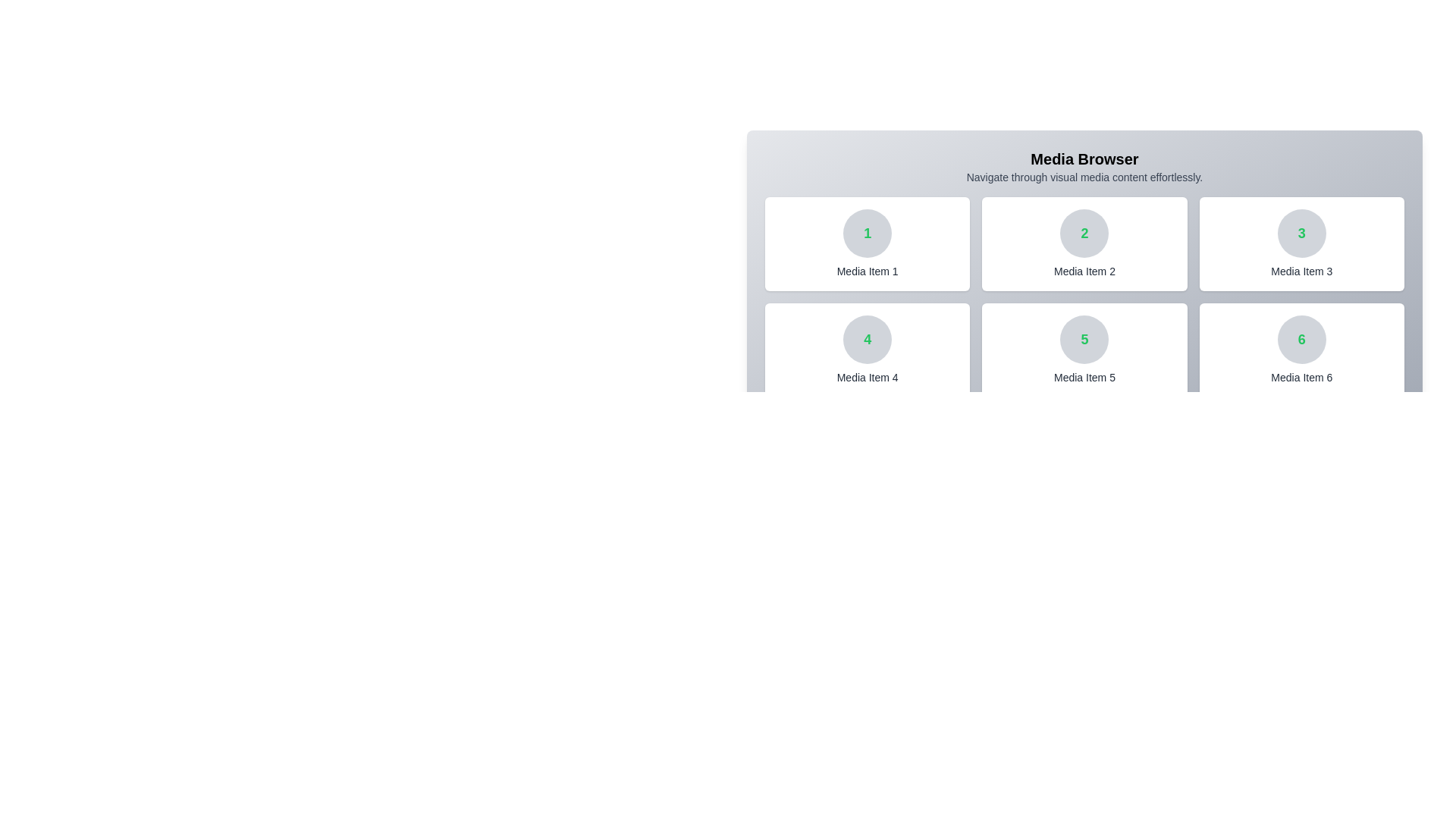  I want to click on the Static Text element labeled 'Media Item 1', which is styled in gray and located below the circular graphical element with '1' in the first card of the grid layout, so click(868, 271).